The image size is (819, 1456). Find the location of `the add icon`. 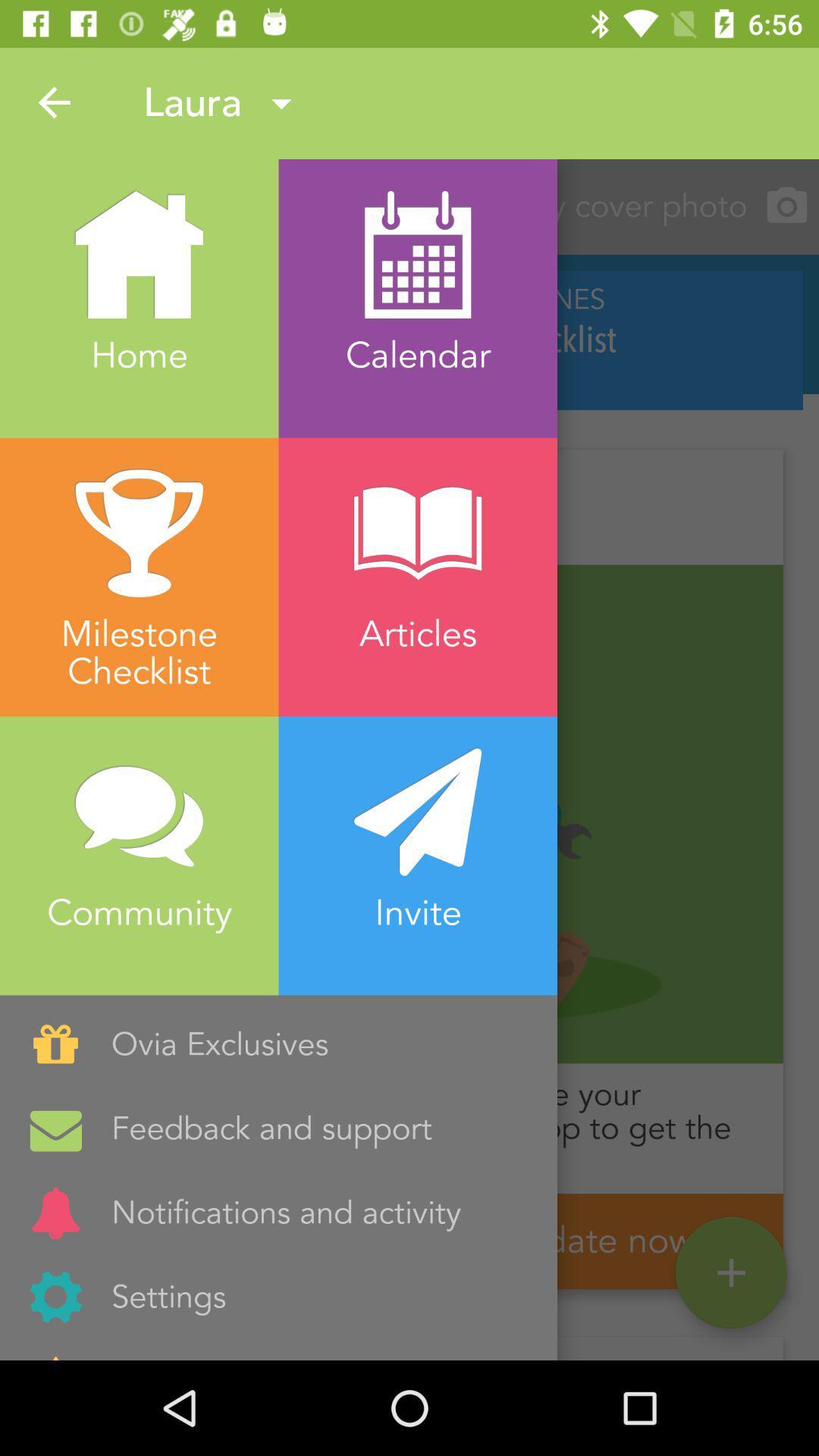

the add icon is located at coordinates (730, 1272).